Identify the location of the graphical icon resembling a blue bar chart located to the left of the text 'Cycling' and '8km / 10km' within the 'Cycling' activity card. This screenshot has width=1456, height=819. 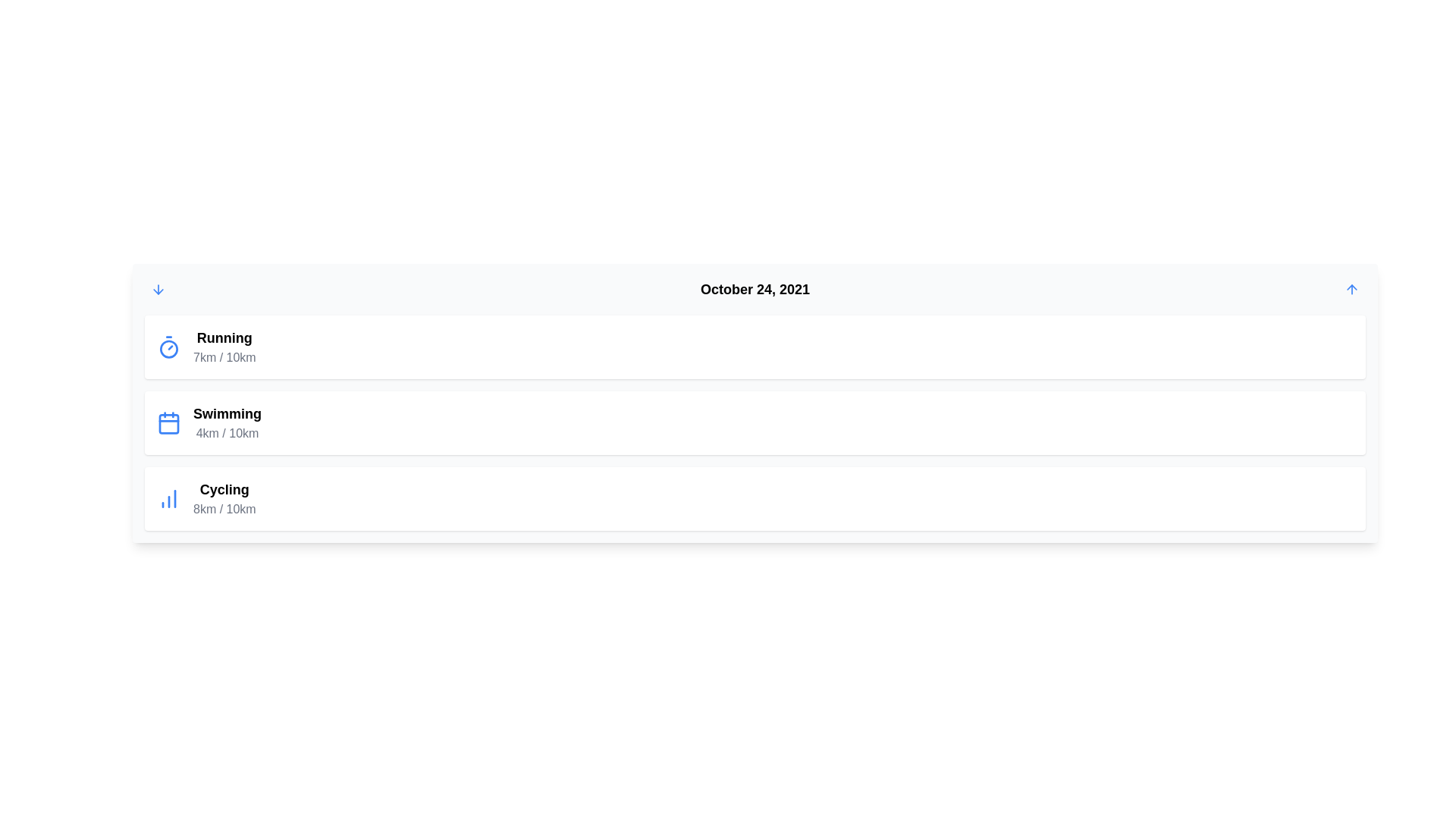
(168, 499).